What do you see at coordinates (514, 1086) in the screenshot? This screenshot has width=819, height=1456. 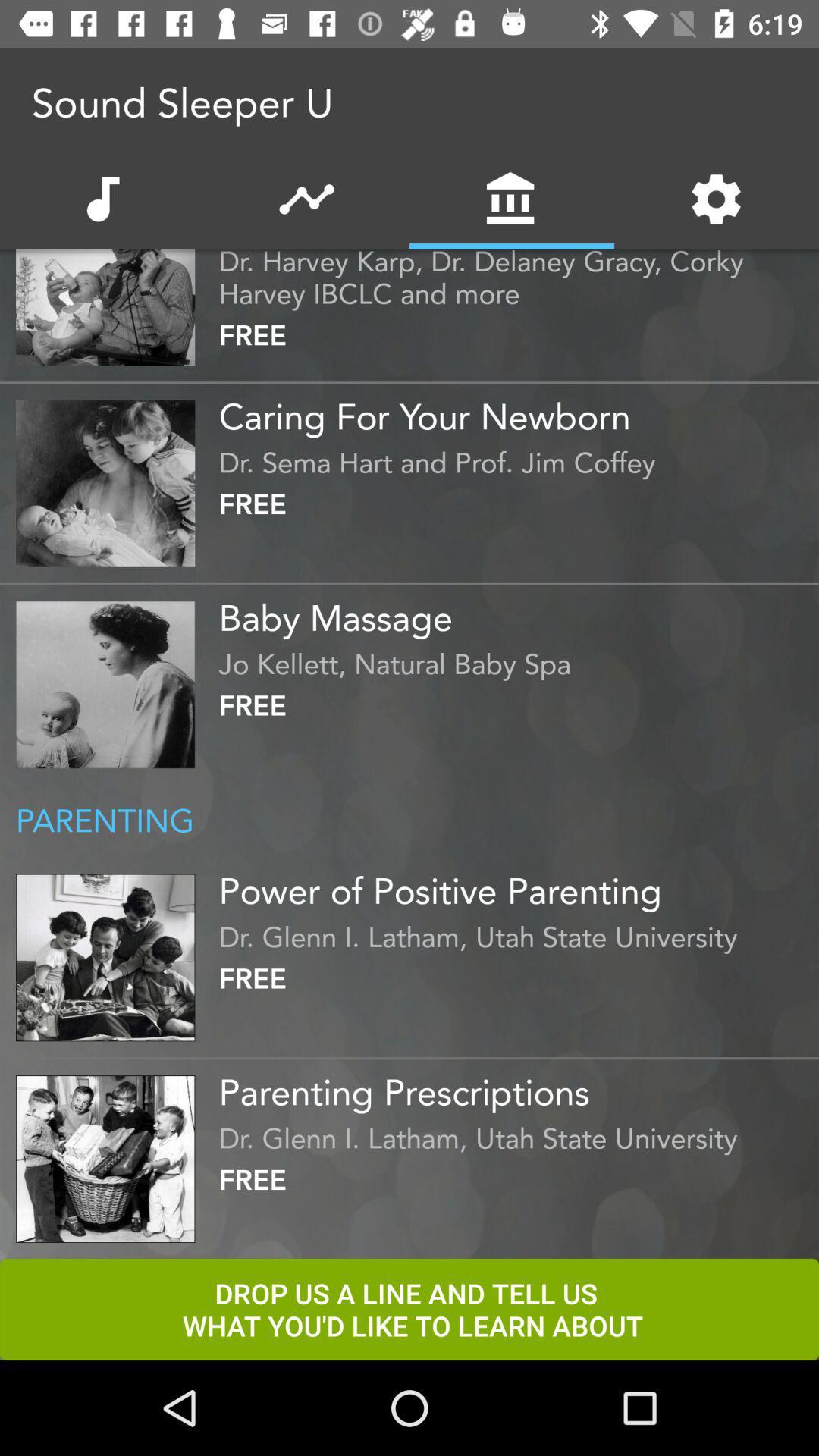 I see `the parenting prescriptions icon` at bounding box center [514, 1086].